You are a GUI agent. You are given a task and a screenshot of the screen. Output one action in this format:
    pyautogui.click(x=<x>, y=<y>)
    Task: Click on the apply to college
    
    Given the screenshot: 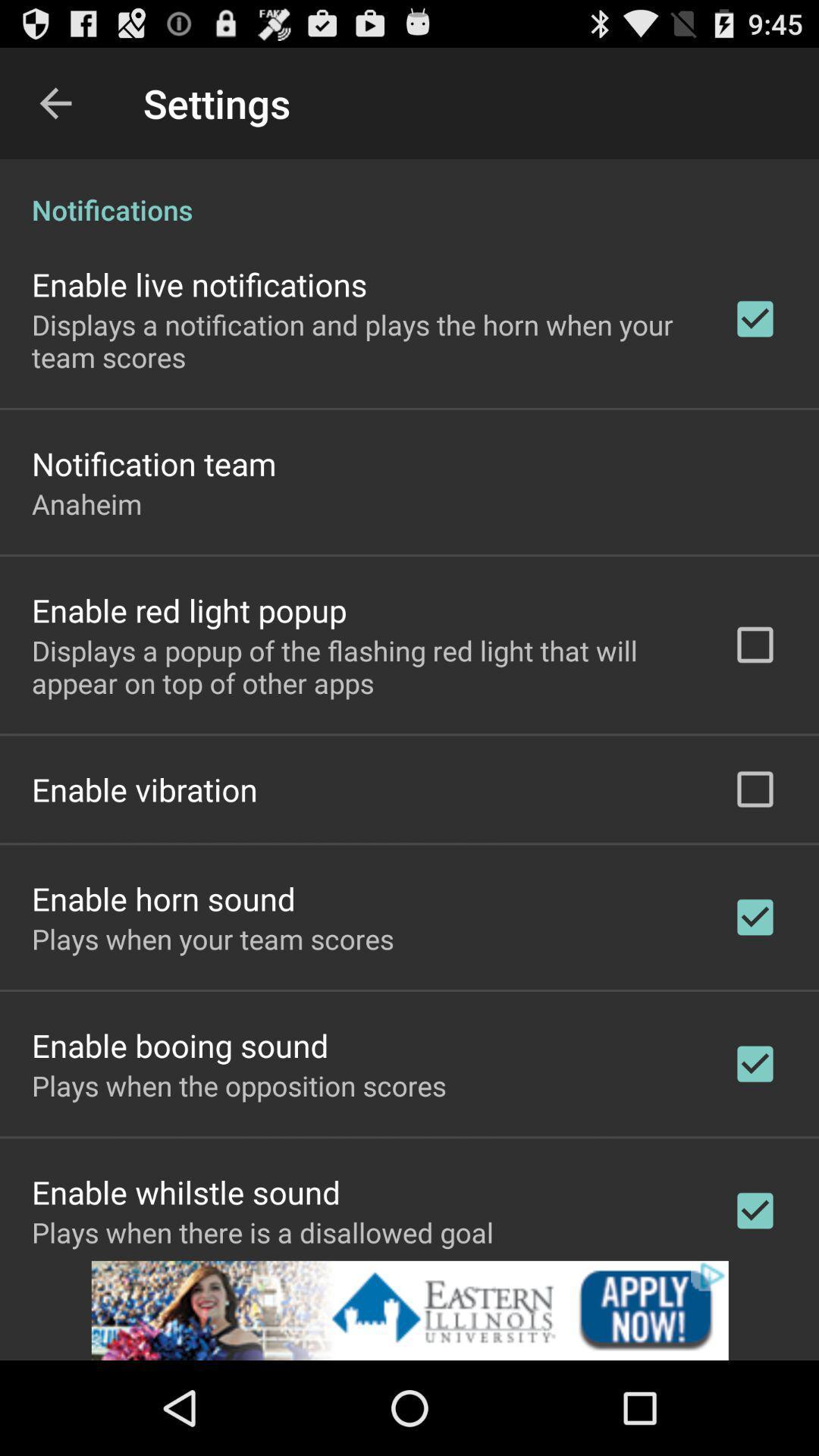 What is the action you would take?
    pyautogui.click(x=409, y=1310)
    